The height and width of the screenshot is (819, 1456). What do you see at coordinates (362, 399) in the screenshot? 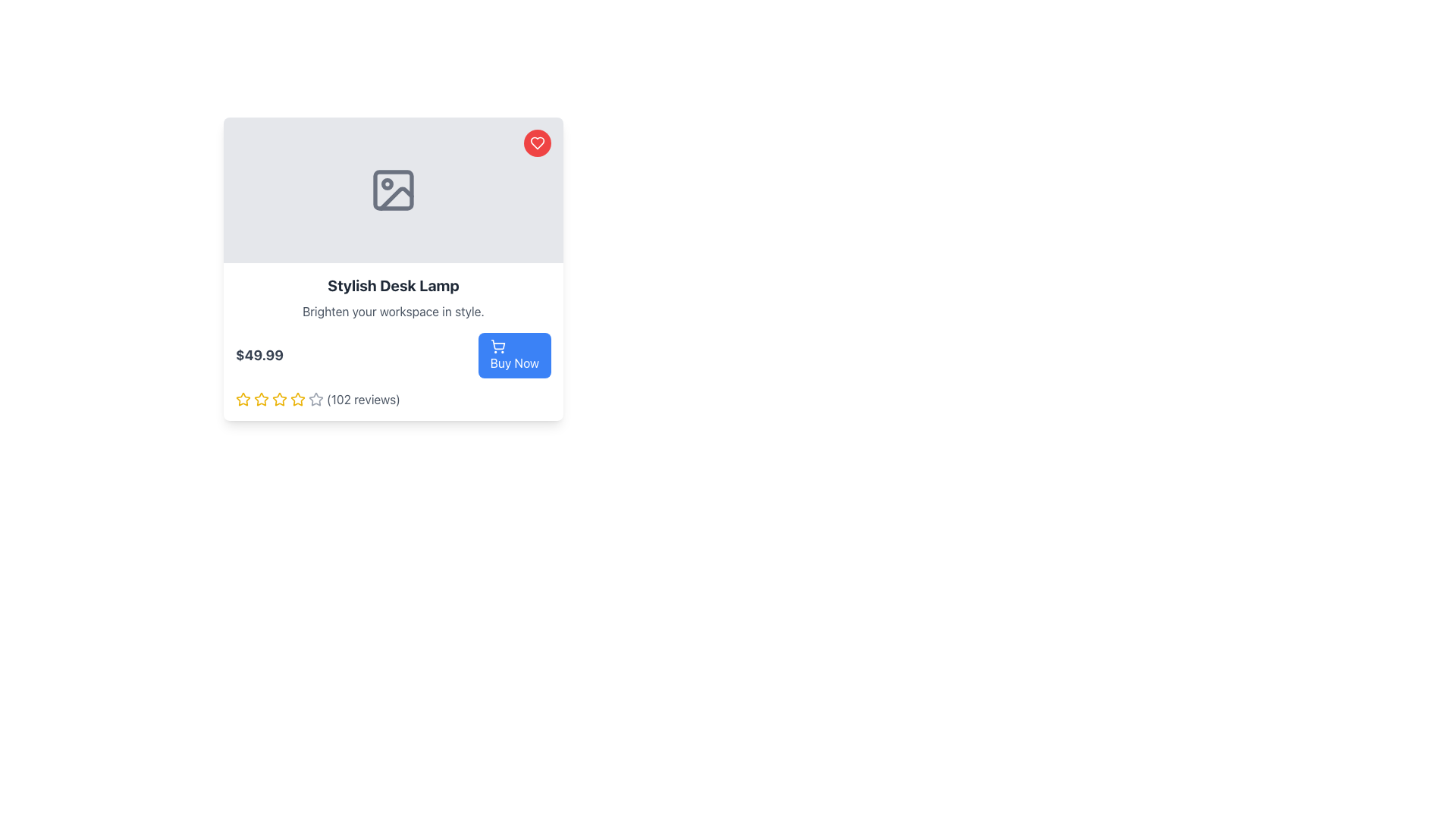
I see `the text label displaying the review count, positioned below the product title and pricing area` at bounding box center [362, 399].